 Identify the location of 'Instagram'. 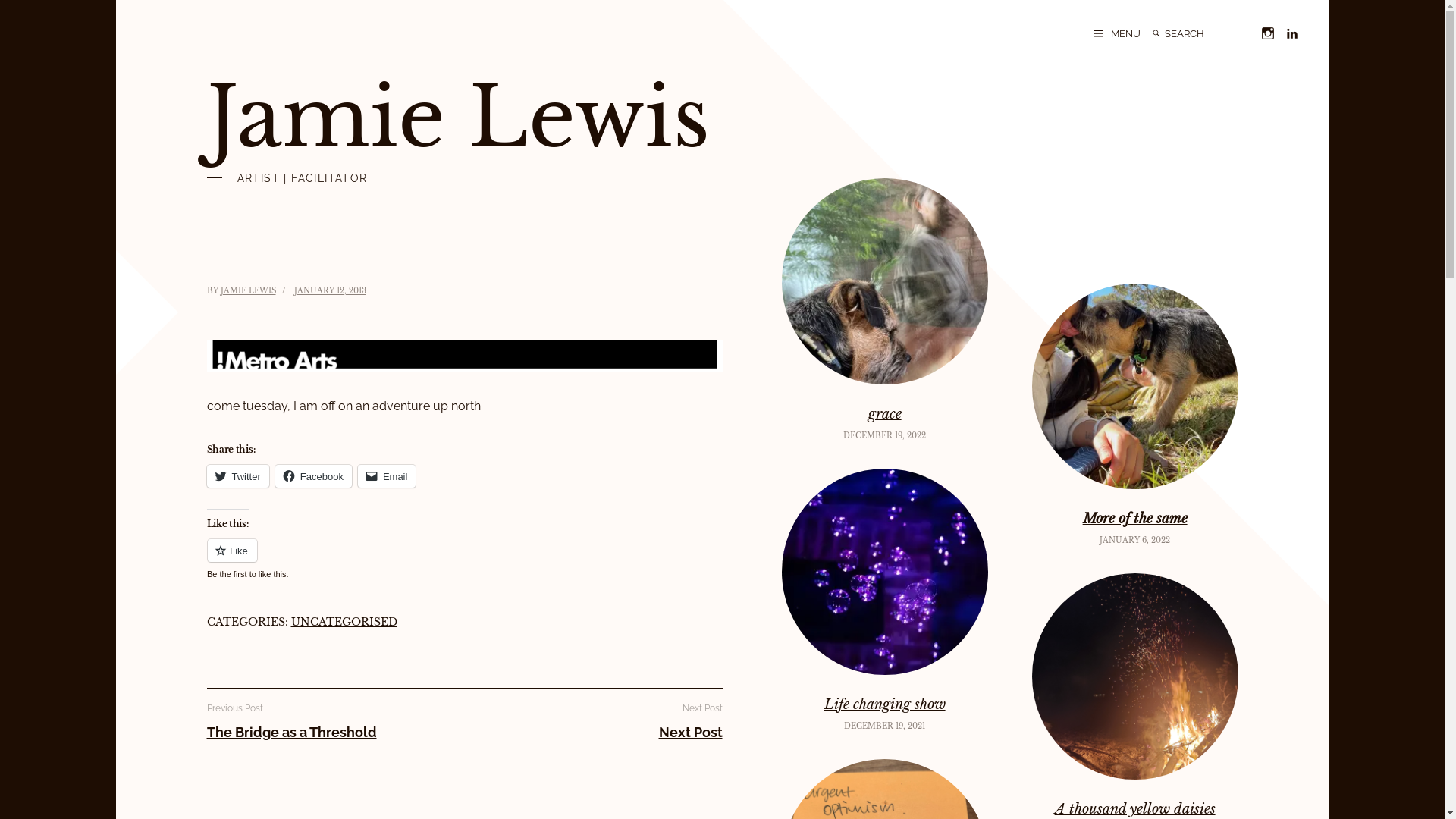
(1266, 32).